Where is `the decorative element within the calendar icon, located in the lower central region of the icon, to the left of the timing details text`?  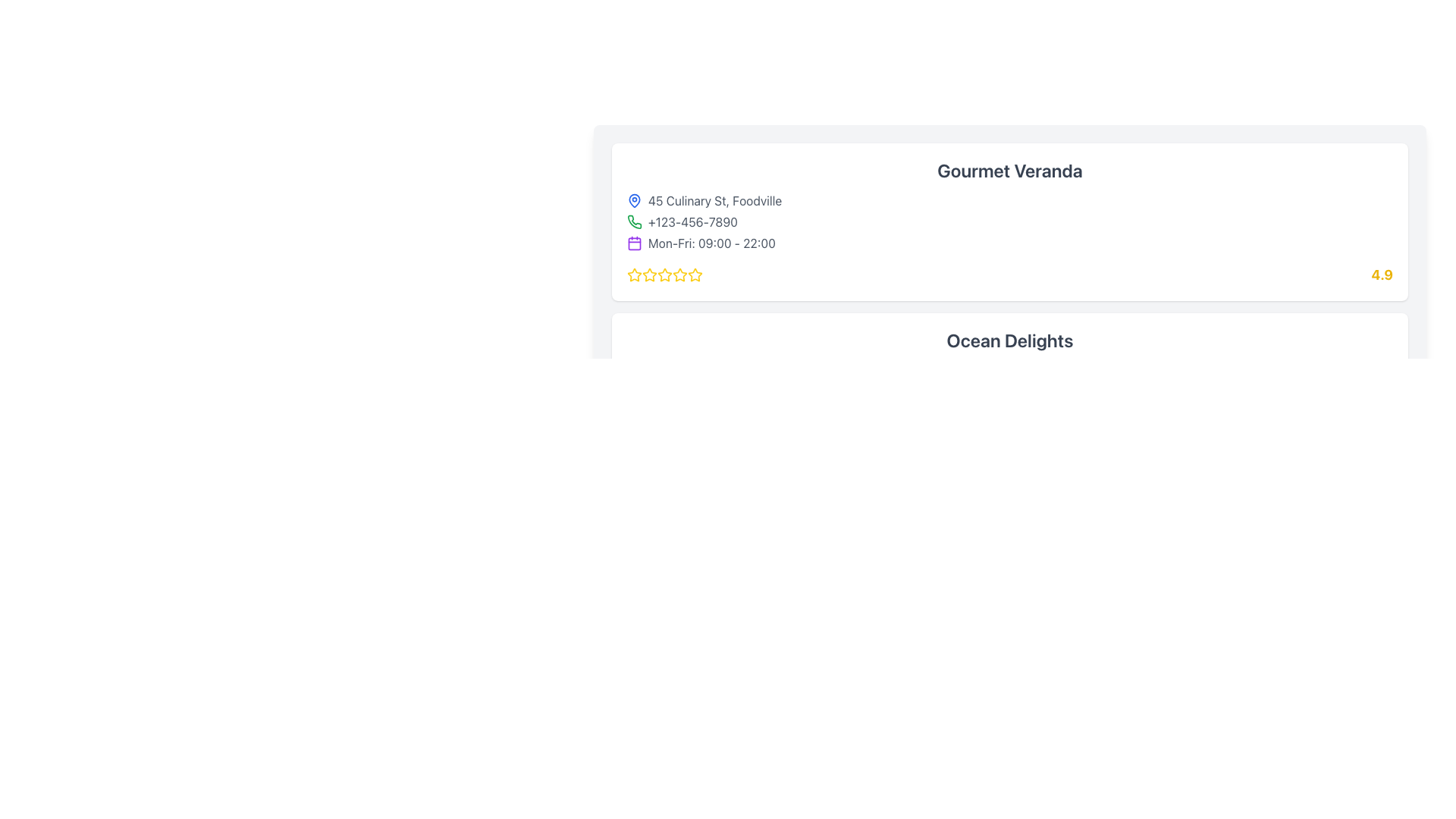
the decorative element within the calendar icon, located in the lower central region of the icon, to the left of the timing details text is located at coordinates (634, 242).